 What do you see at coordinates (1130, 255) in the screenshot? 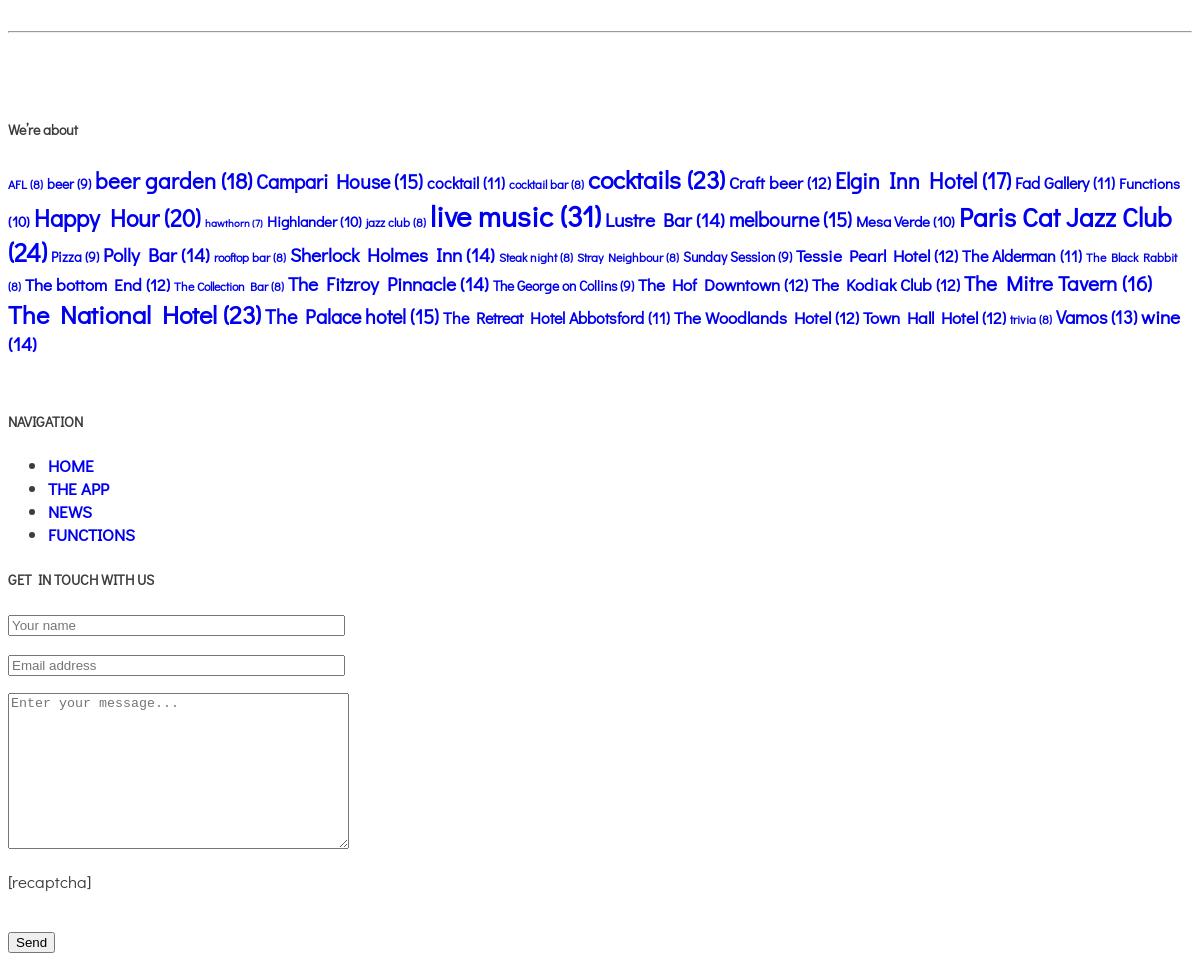
I see `'The Black Rabbit'` at bounding box center [1130, 255].